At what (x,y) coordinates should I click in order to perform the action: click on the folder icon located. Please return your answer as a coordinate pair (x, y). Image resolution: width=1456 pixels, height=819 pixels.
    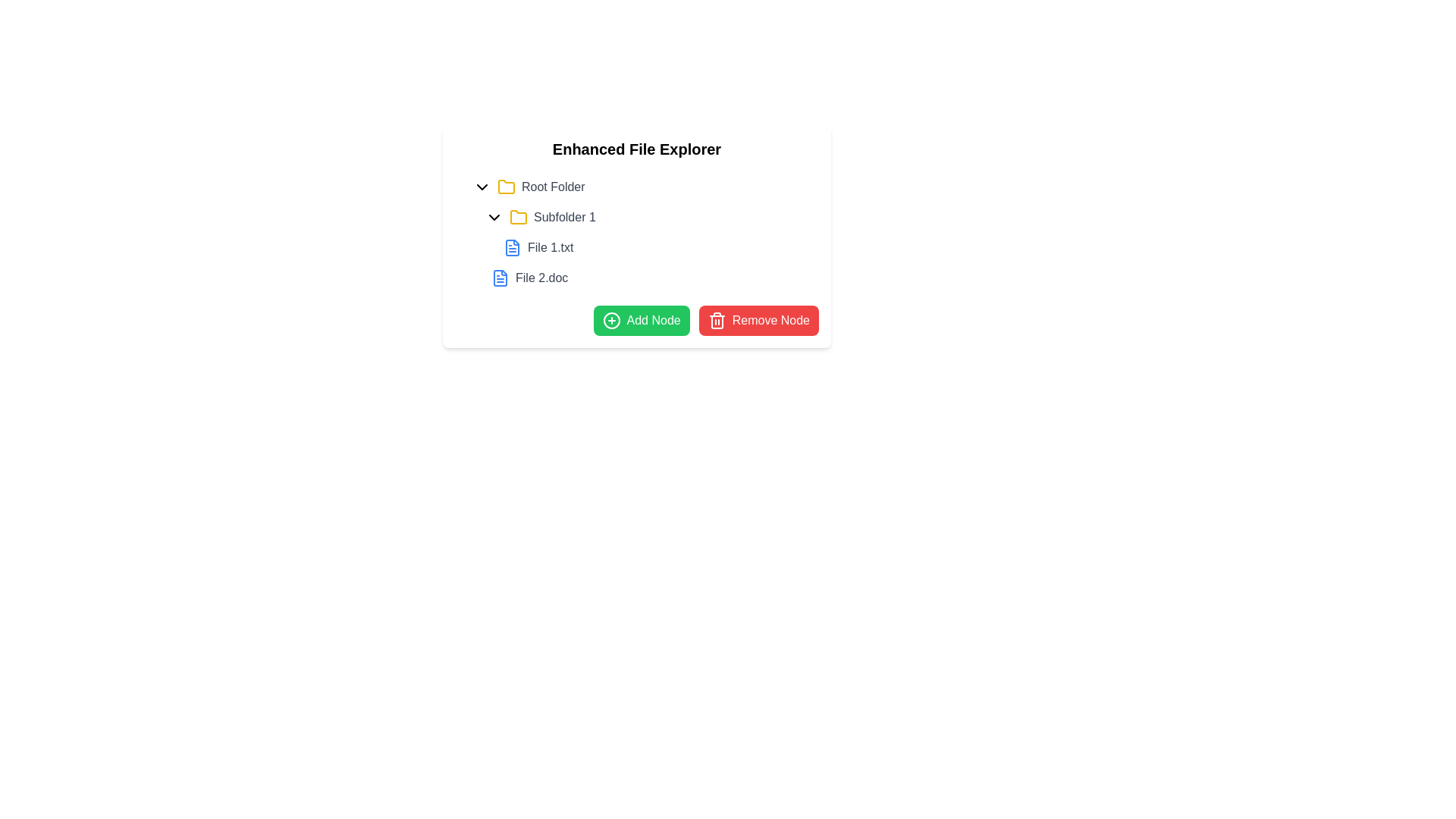
    Looking at the image, I should click on (519, 217).